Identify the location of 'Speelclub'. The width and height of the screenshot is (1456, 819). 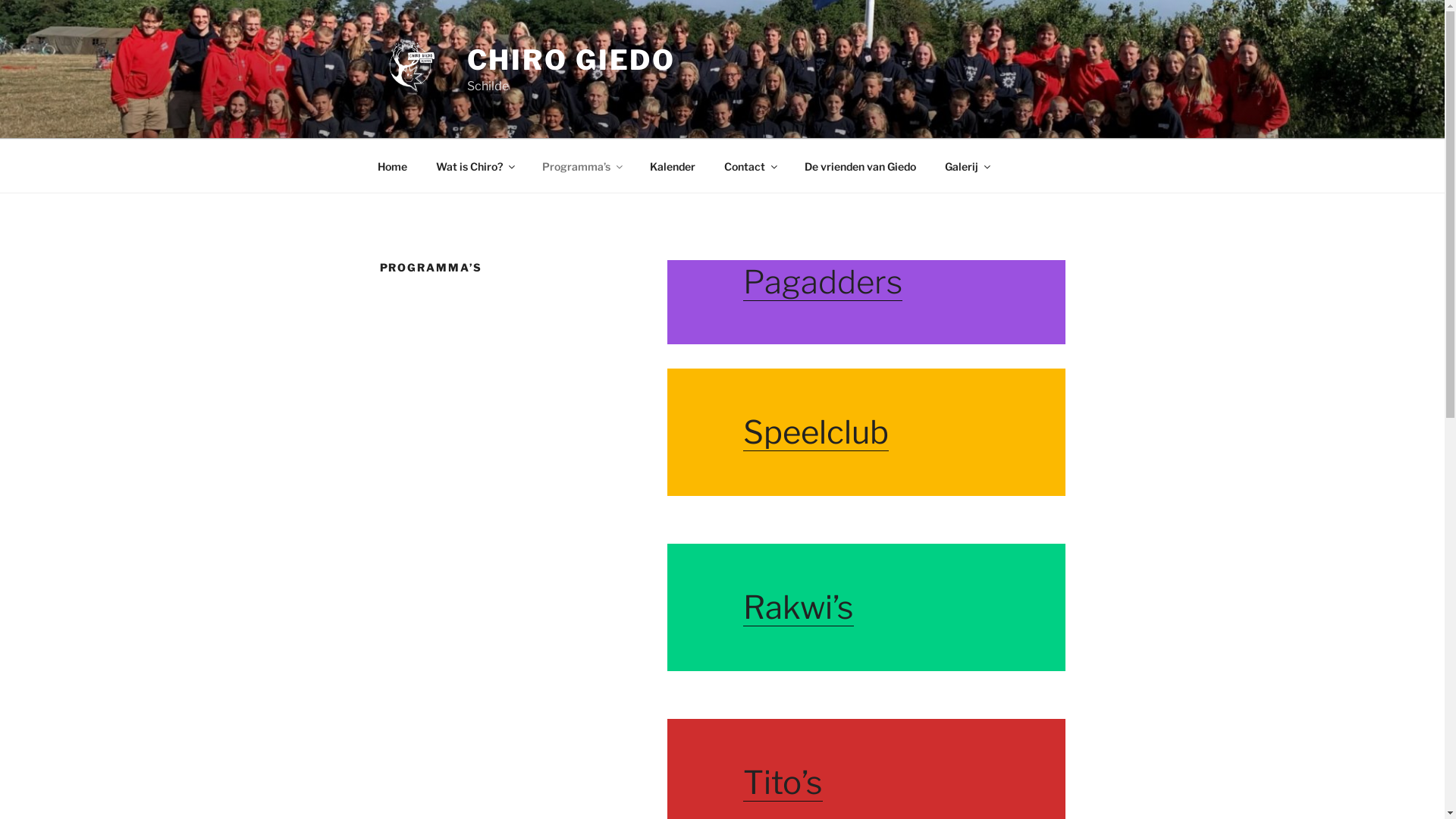
(814, 431).